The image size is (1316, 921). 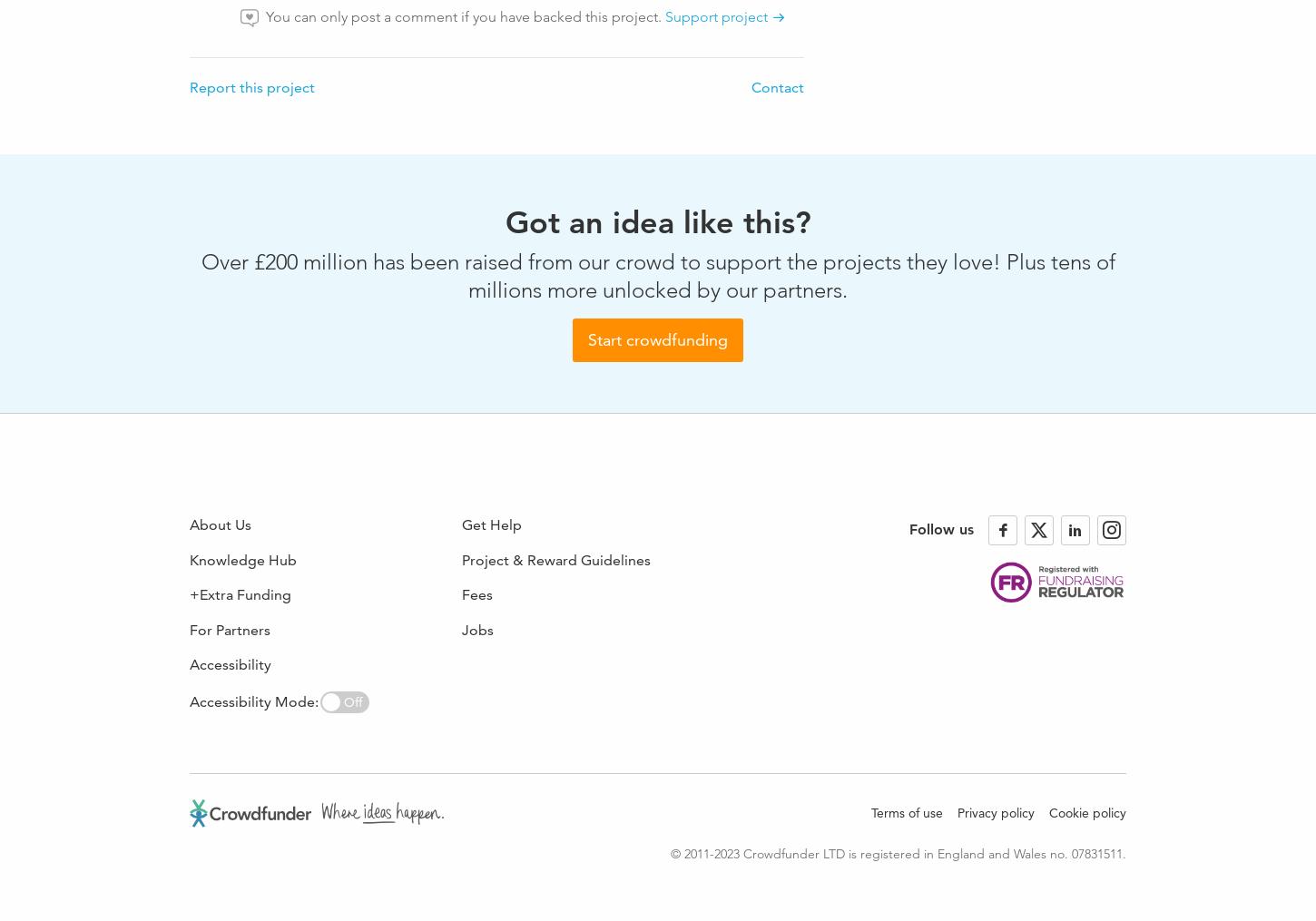 I want to click on 'Accessibility Mode:', so click(x=253, y=701).